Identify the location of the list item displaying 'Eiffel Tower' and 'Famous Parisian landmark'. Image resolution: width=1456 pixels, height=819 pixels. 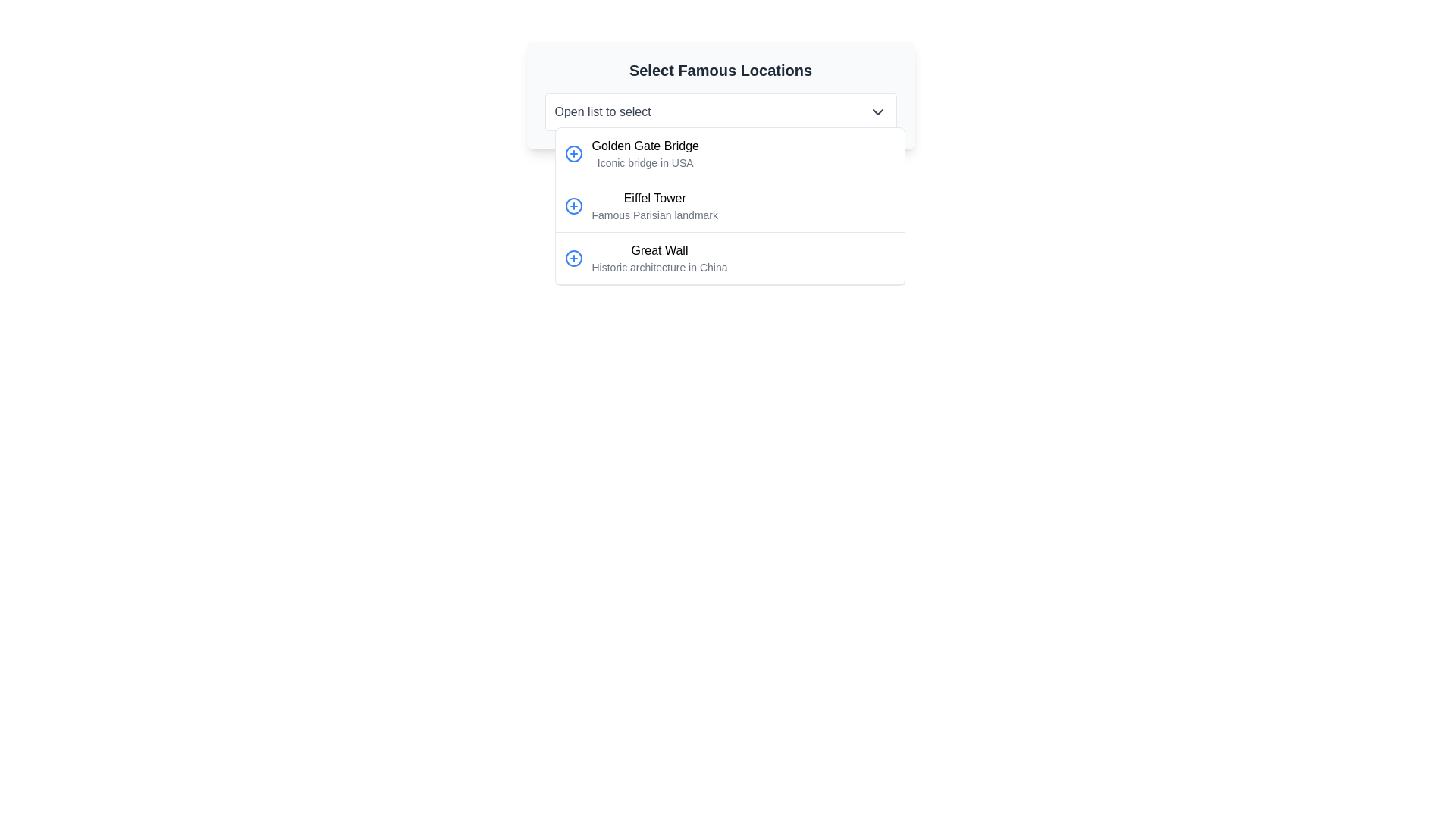
(654, 206).